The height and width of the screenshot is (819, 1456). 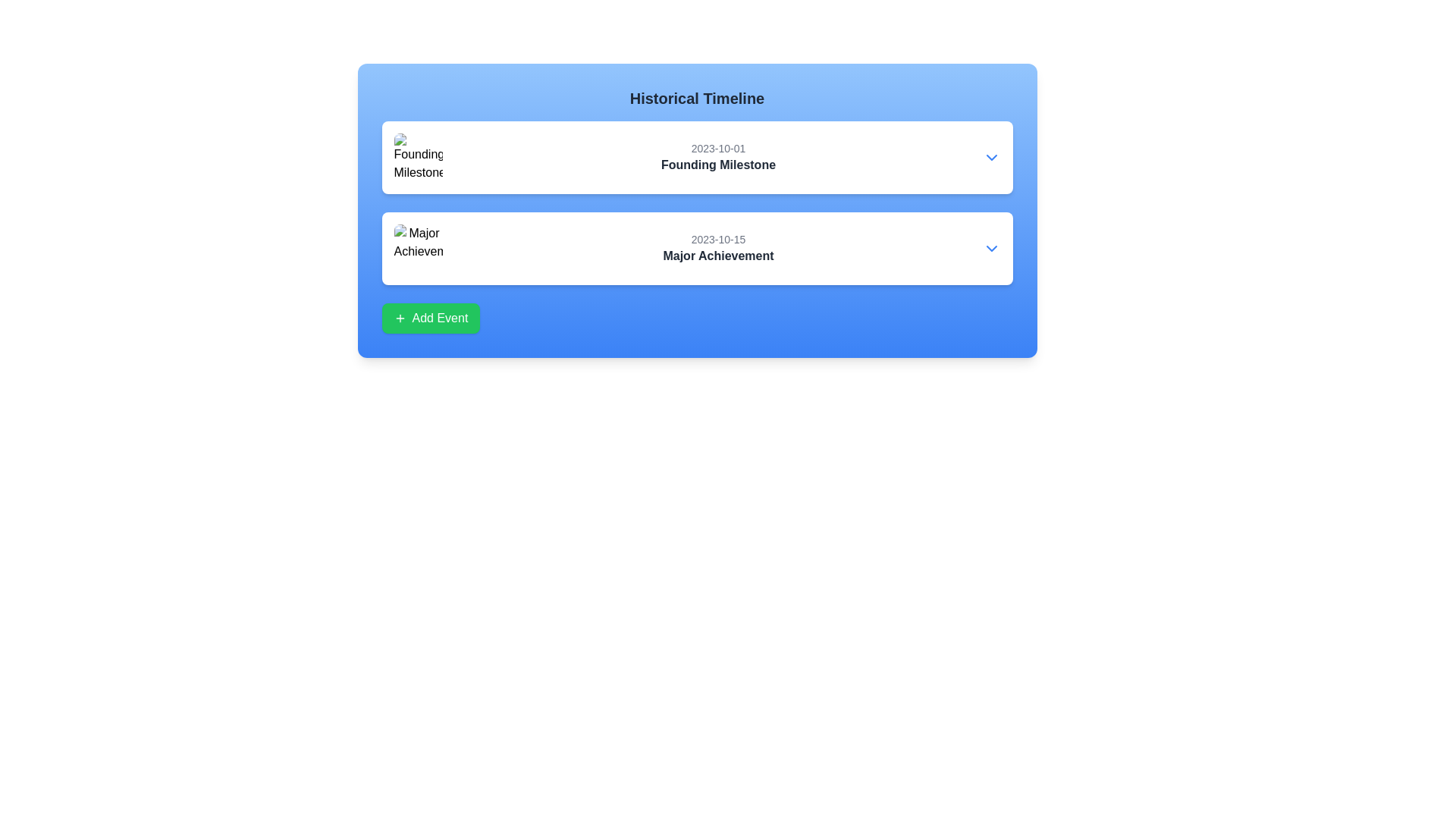 What do you see at coordinates (717, 256) in the screenshot?
I see `the styled text label displaying 'Major Achievement', which is prominently formatted and positioned under the date '2023-10-15'` at bounding box center [717, 256].